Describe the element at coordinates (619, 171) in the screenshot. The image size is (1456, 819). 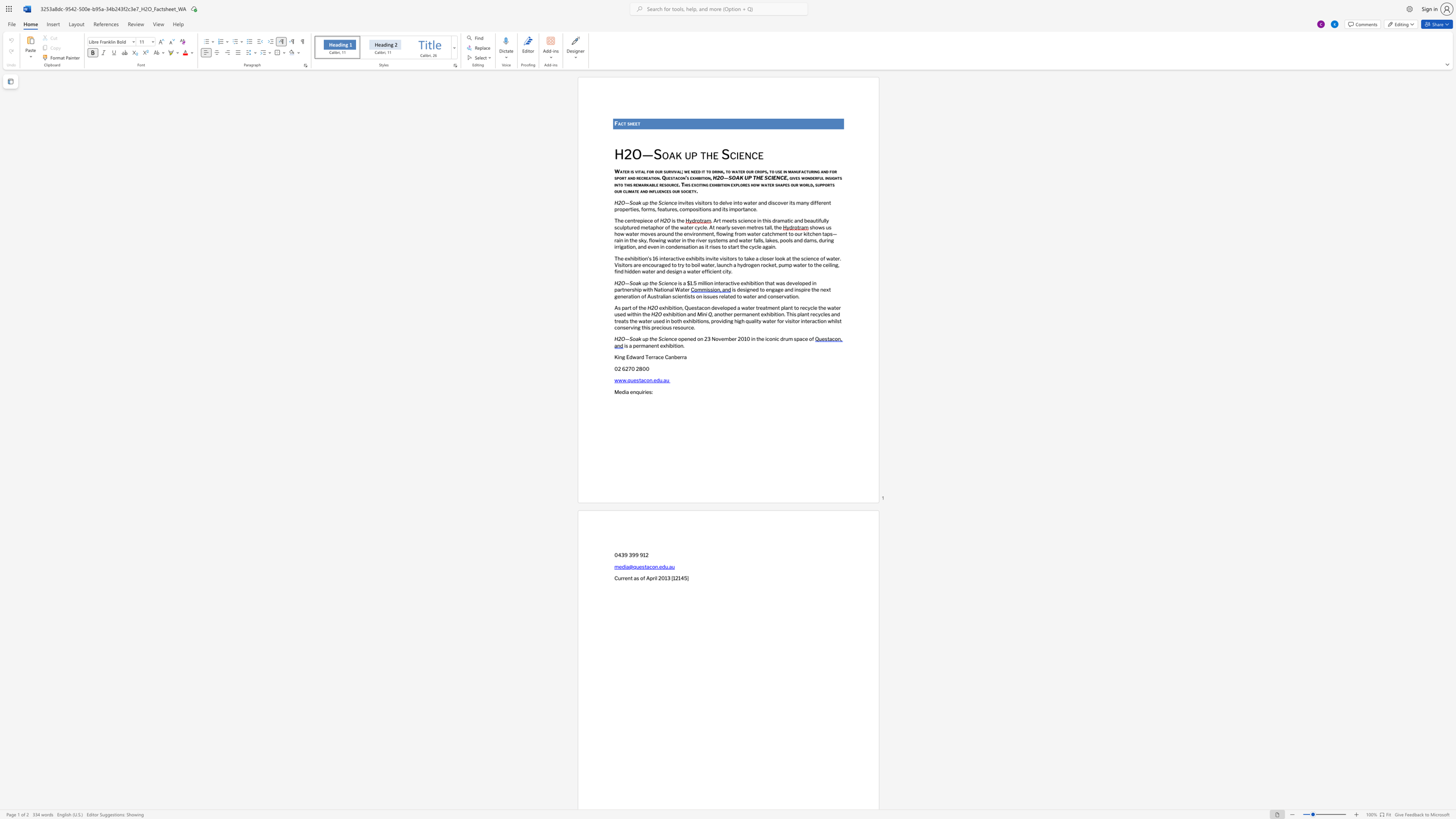
I see `the subset text "ater is vital for our survival; we need it to drink, to water our crops, to use in manufacturing and for sport" within the text "Water is vital for our survival; we need it to drink, to water our crops, to use in manufacturing and for sport and recreation. Questacon’s exhibition,"` at that location.